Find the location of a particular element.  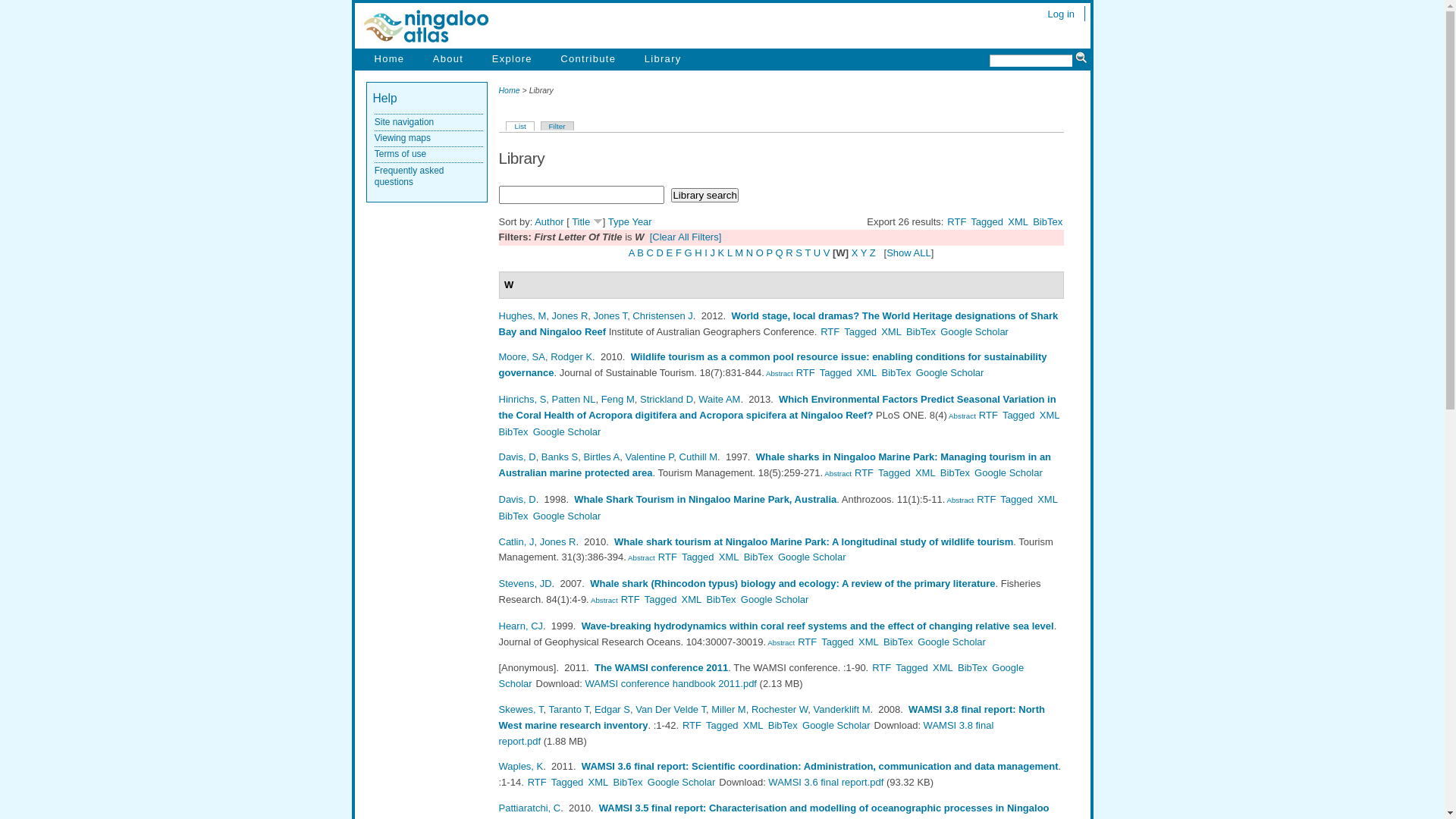

'Title' is located at coordinates (580, 221).